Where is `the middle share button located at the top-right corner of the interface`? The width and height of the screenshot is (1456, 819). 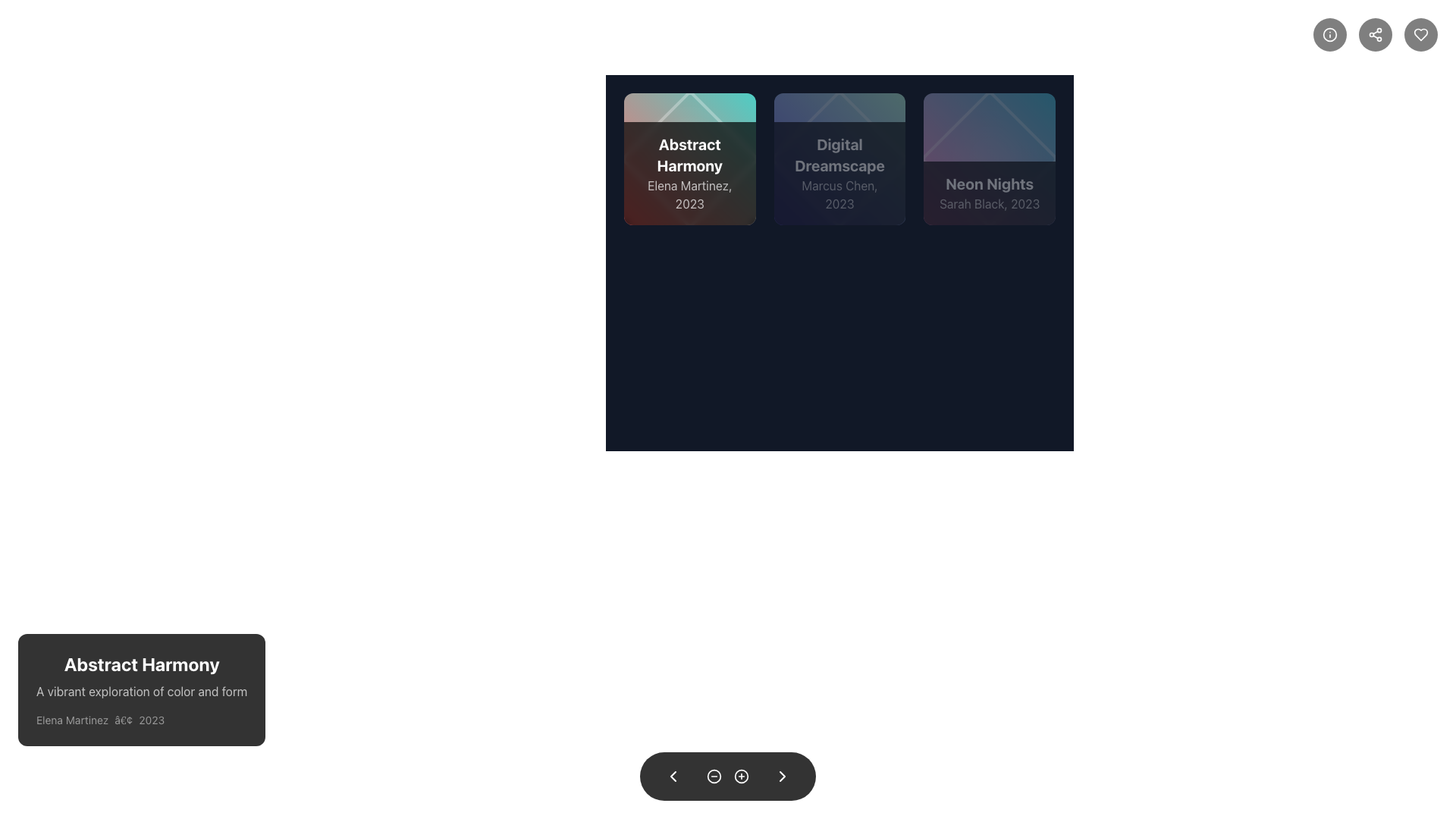 the middle share button located at the top-right corner of the interface is located at coordinates (1376, 34).